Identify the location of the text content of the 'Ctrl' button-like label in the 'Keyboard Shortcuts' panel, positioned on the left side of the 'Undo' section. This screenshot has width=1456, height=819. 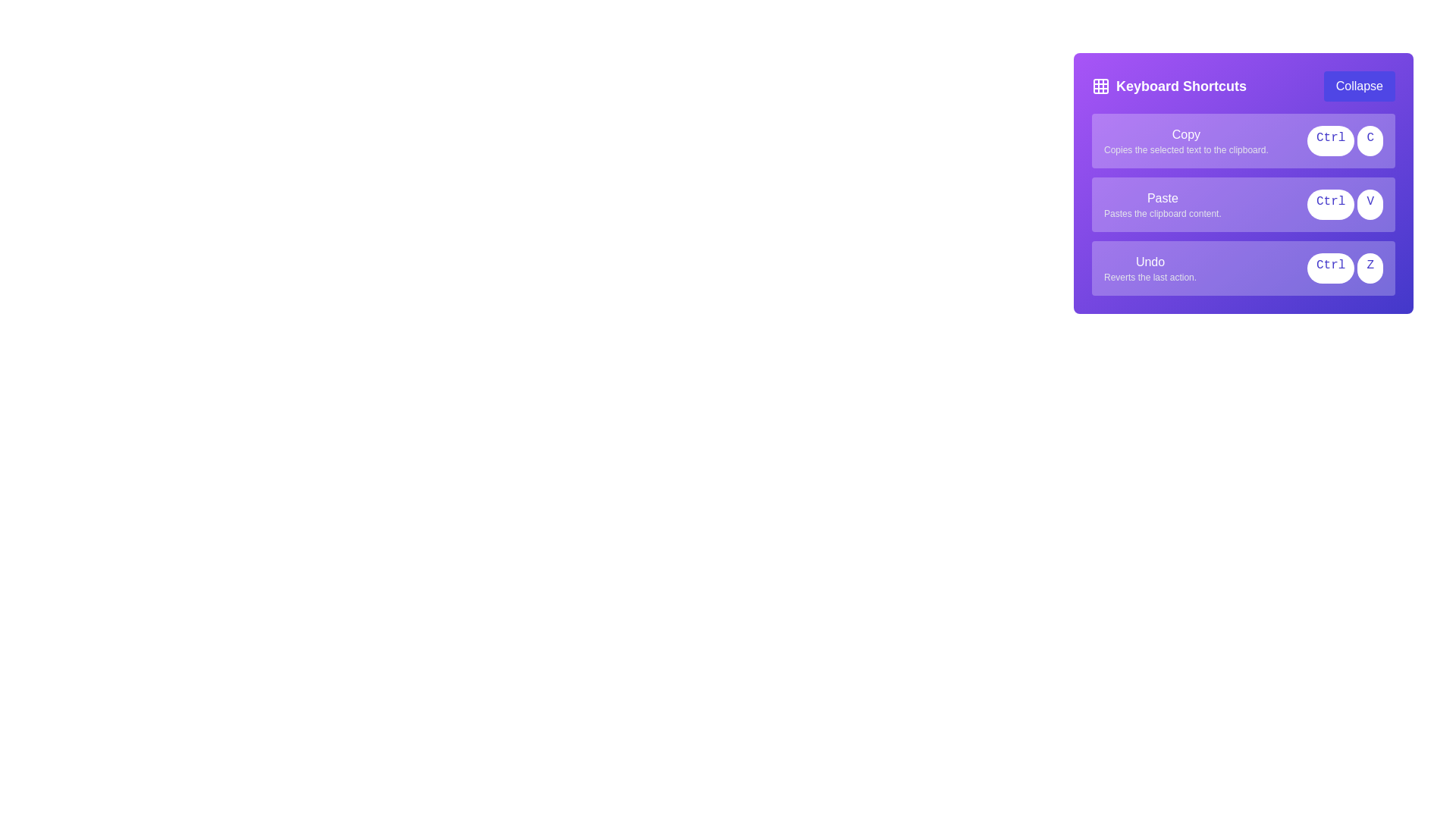
(1330, 268).